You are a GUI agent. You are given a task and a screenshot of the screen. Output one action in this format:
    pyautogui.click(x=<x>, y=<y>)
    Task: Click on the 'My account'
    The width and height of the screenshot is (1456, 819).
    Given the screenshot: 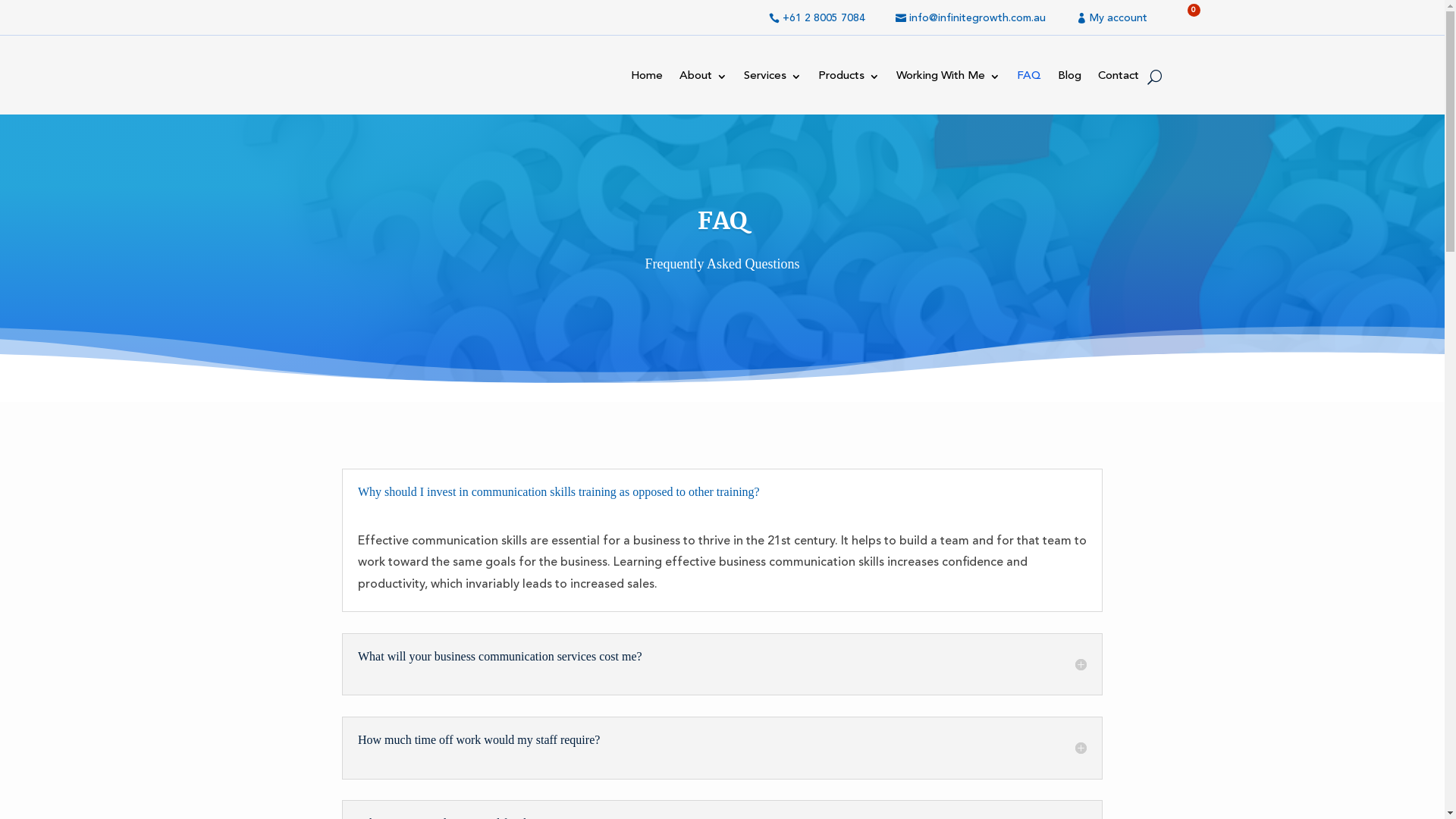 What is the action you would take?
    pyautogui.click(x=1111, y=18)
    